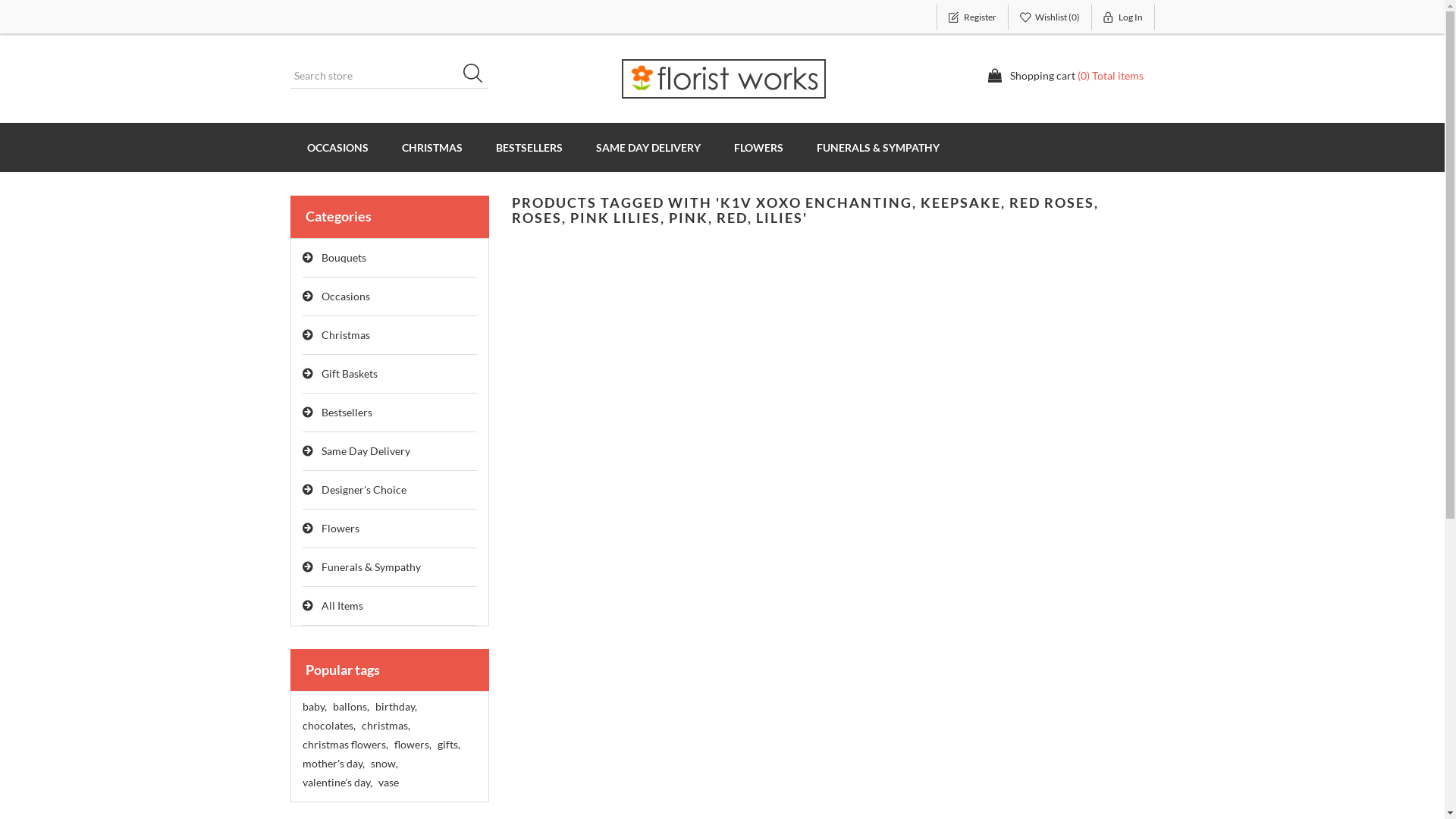 The width and height of the screenshot is (1456, 819). Describe the element at coordinates (336, 783) in the screenshot. I see `'valentine's day,'` at that location.